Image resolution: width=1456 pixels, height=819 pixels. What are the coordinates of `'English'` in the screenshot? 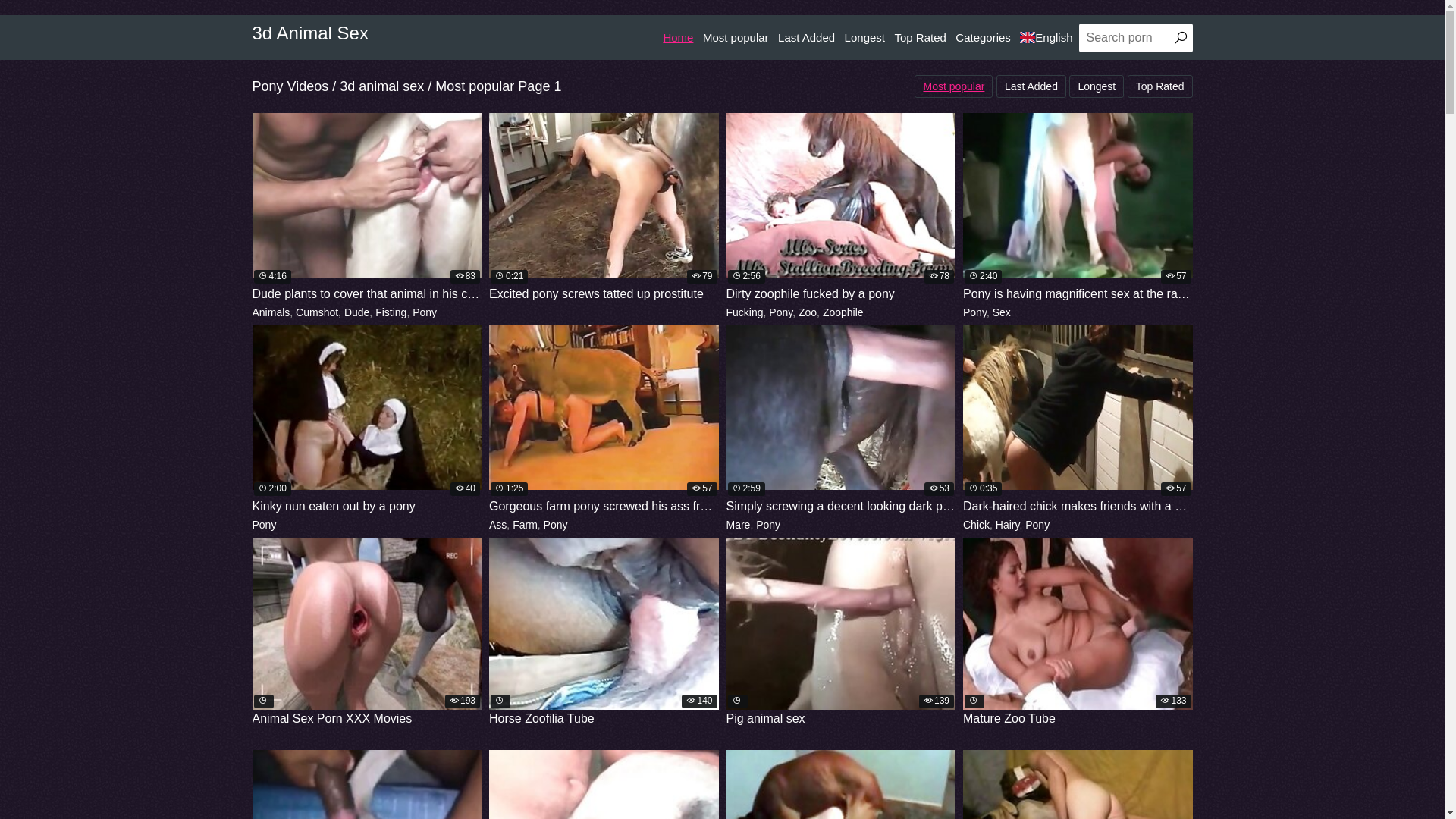 It's located at (1019, 37).